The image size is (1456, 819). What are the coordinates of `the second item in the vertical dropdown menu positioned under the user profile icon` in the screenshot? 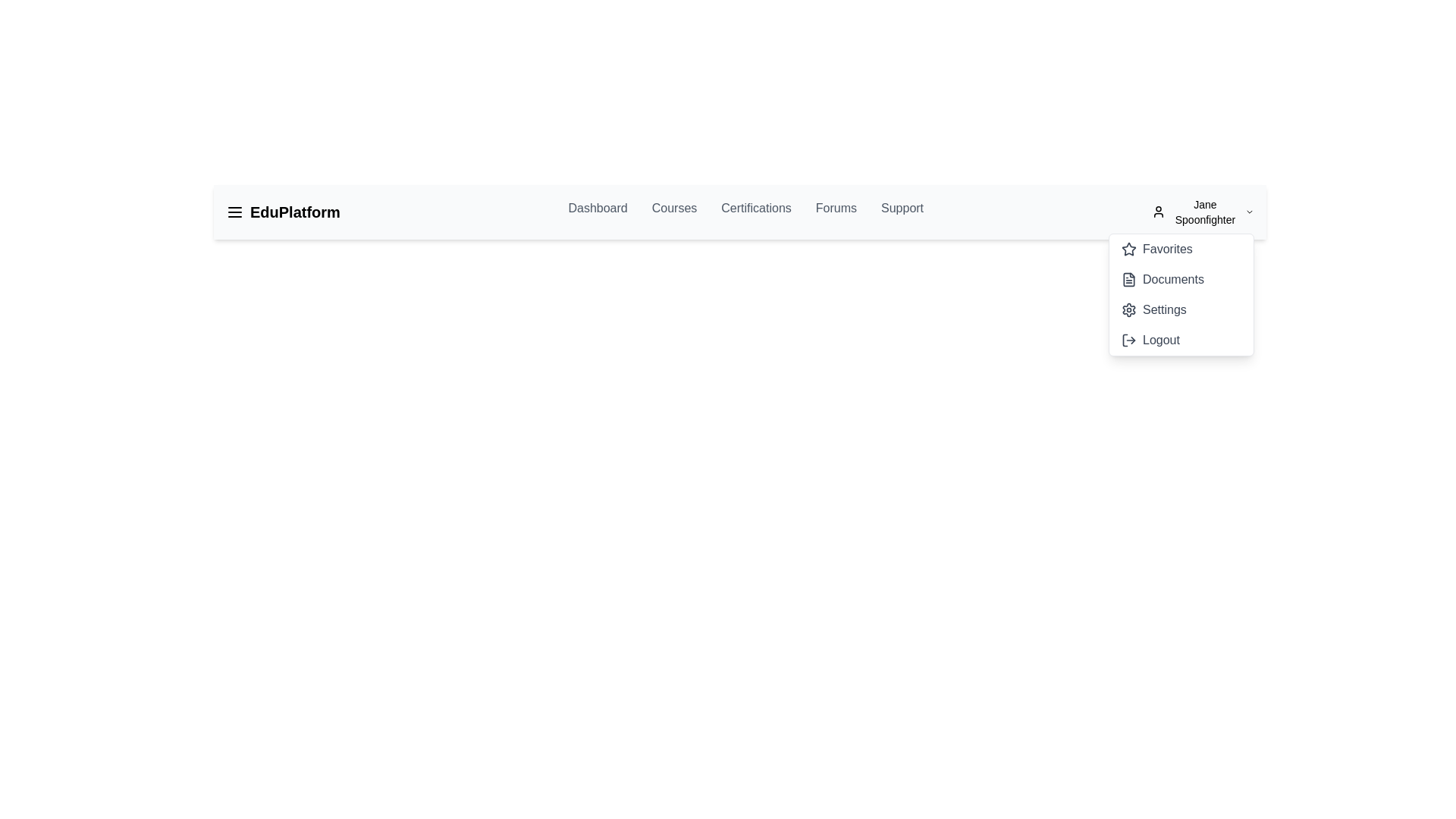 It's located at (1162, 280).